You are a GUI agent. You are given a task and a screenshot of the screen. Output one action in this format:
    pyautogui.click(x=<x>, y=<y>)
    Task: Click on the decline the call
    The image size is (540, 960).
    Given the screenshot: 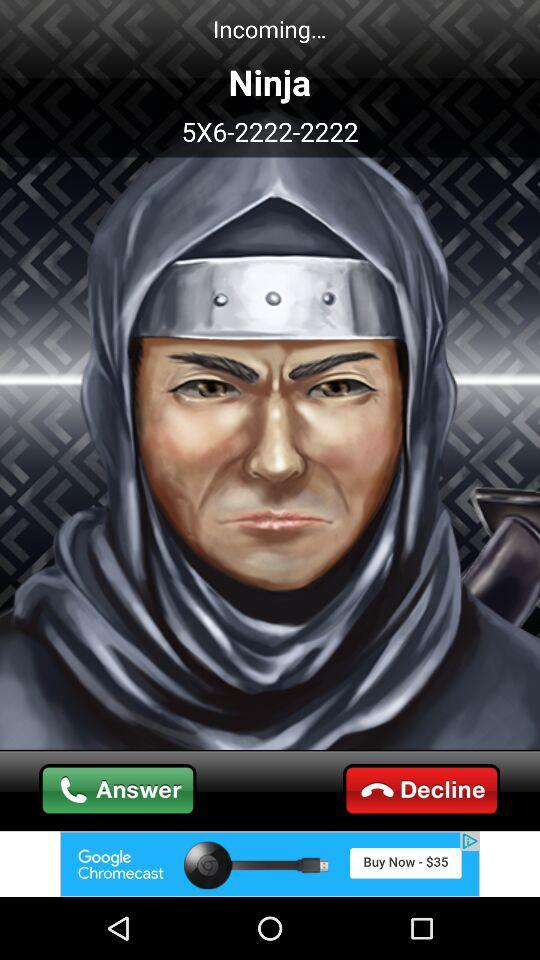 What is the action you would take?
    pyautogui.click(x=420, y=790)
    